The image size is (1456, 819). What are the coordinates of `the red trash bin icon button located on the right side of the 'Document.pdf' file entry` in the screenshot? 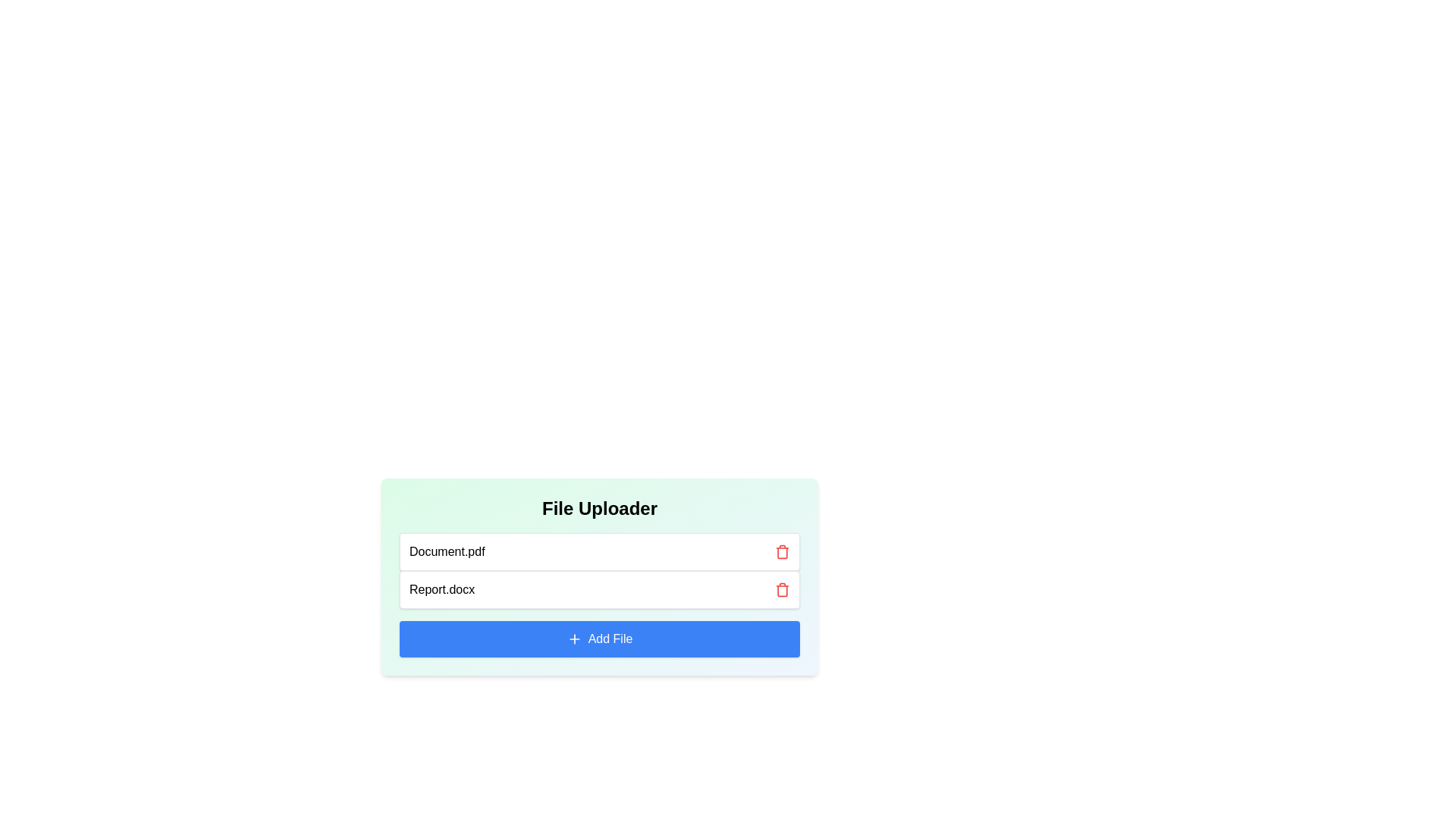 It's located at (783, 552).